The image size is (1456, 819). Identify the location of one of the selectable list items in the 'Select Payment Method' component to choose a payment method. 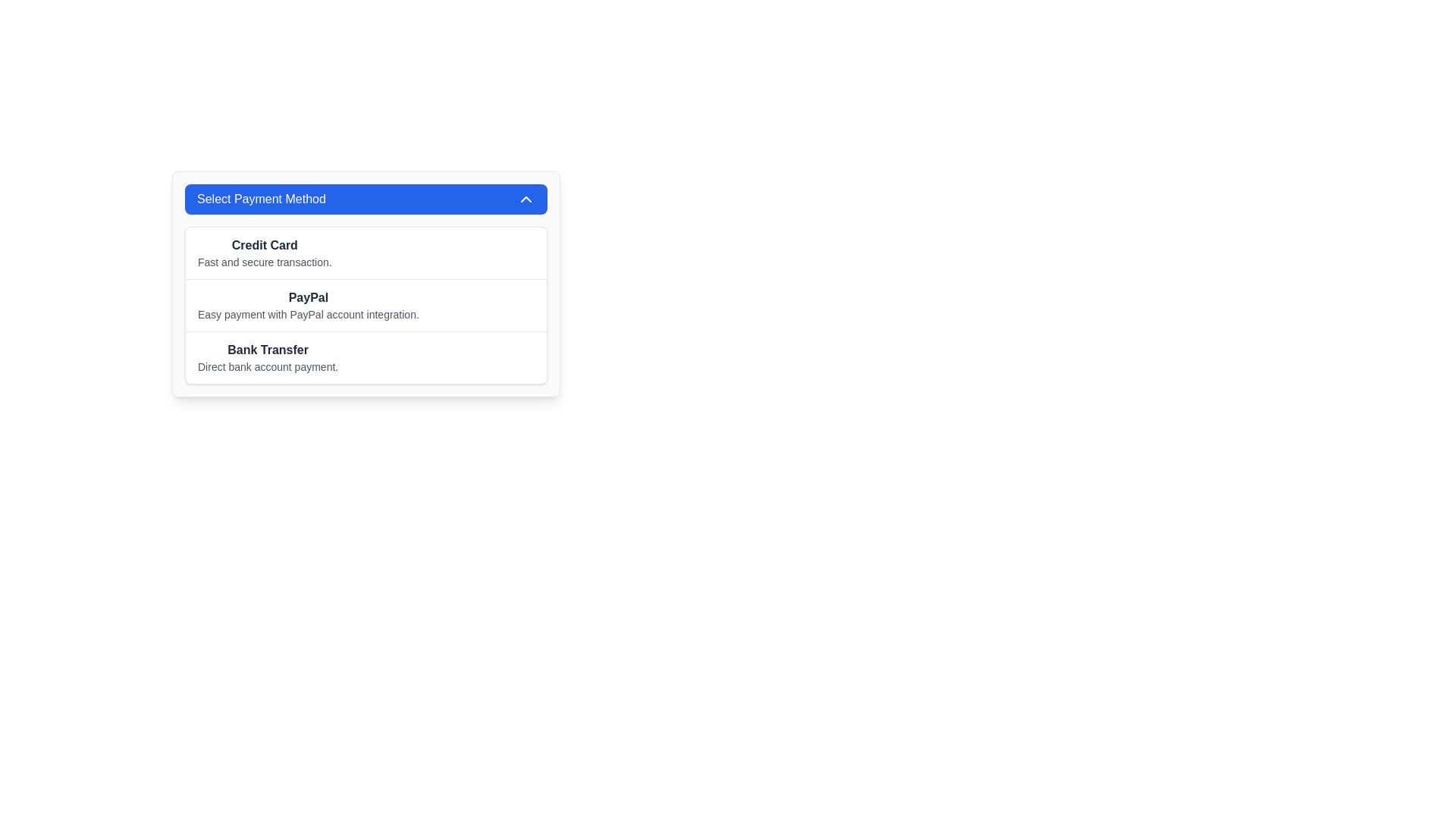
(366, 305).